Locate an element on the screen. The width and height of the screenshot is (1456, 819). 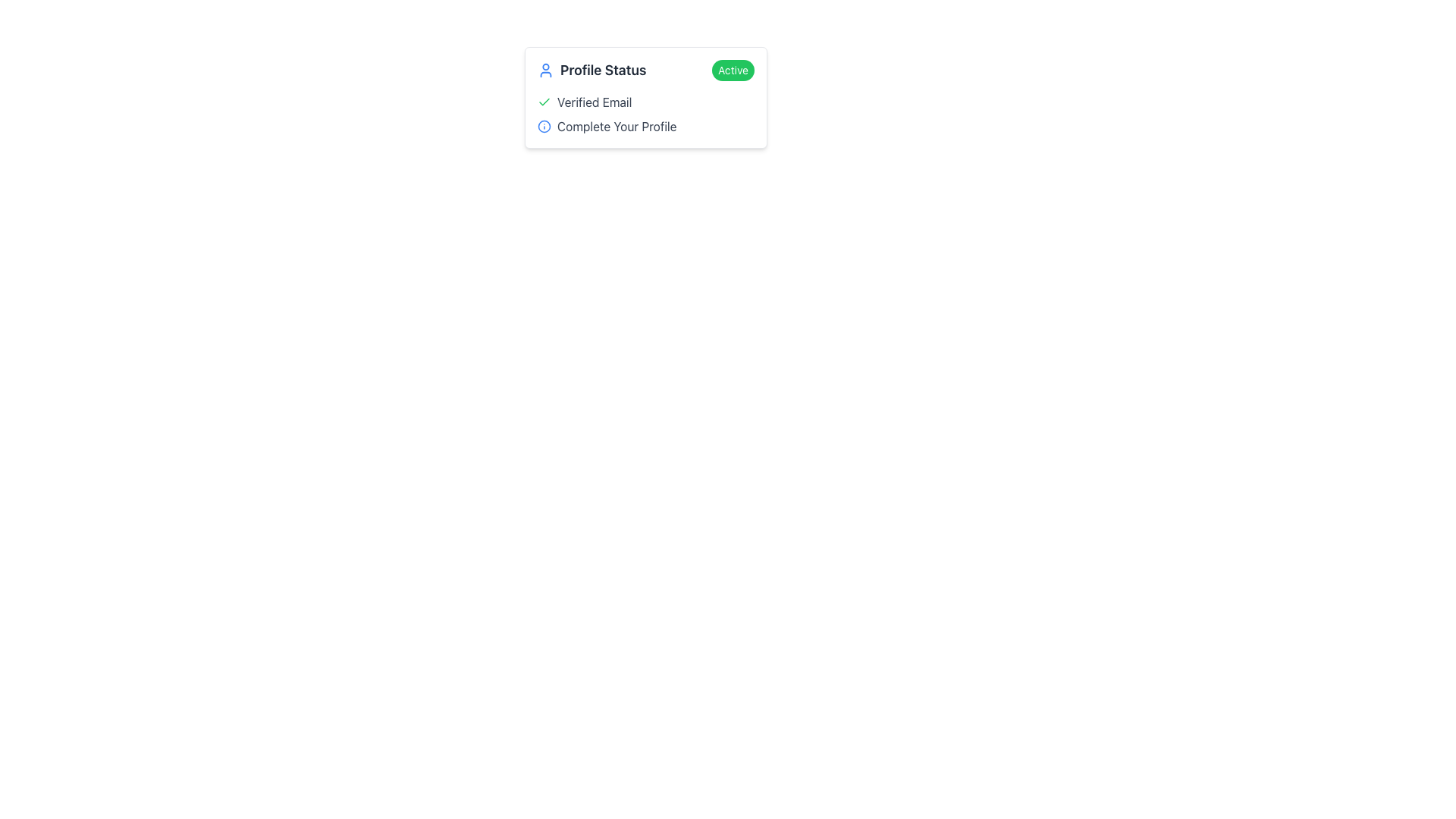
the small green checkmark icon located to the left of the 'Verified Email' text, which is the first item under the 'Profile Status' title is located at coordinates (544, 102).